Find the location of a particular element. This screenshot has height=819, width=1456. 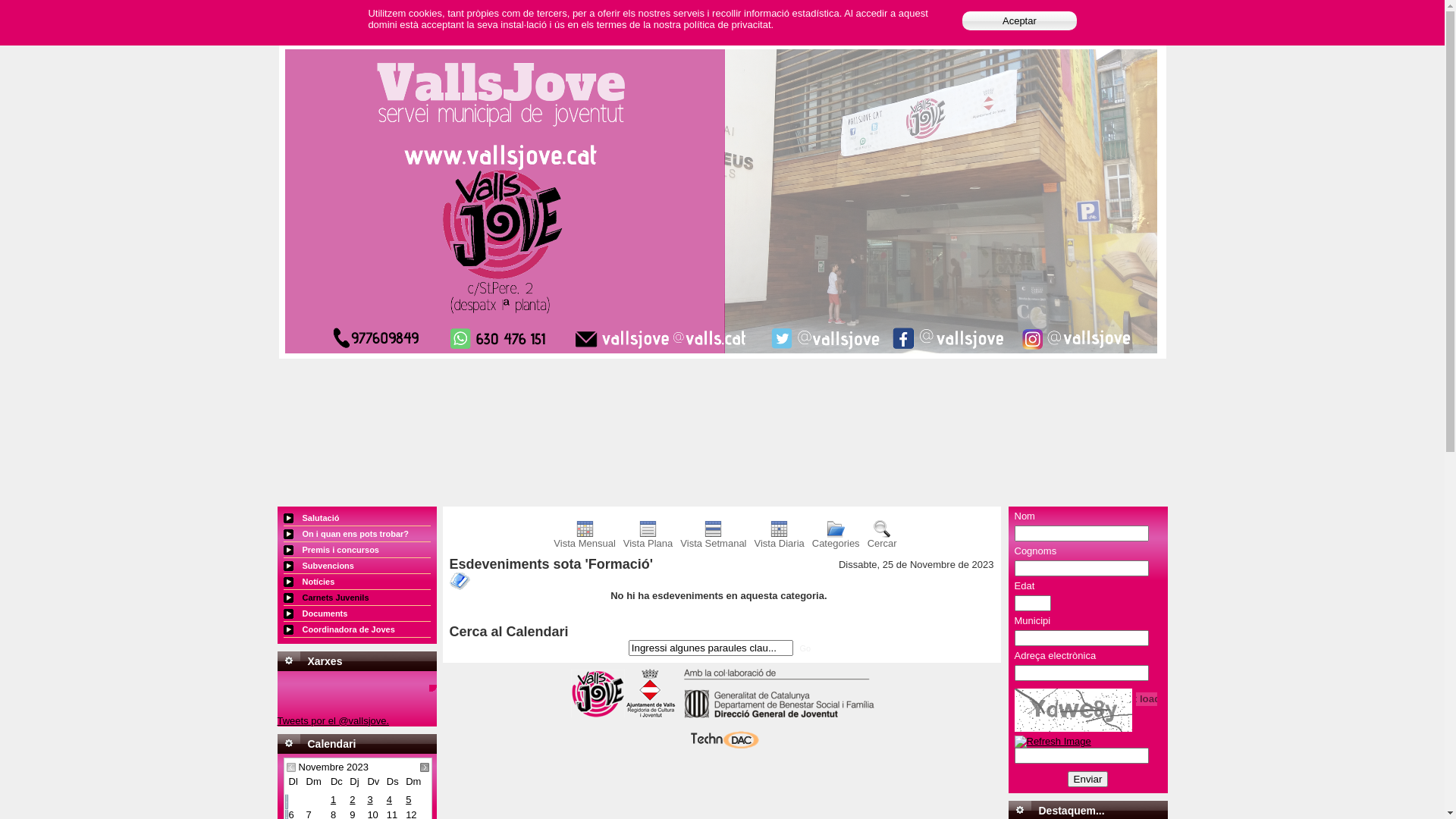

'5' is located at coordinates (408, 799).